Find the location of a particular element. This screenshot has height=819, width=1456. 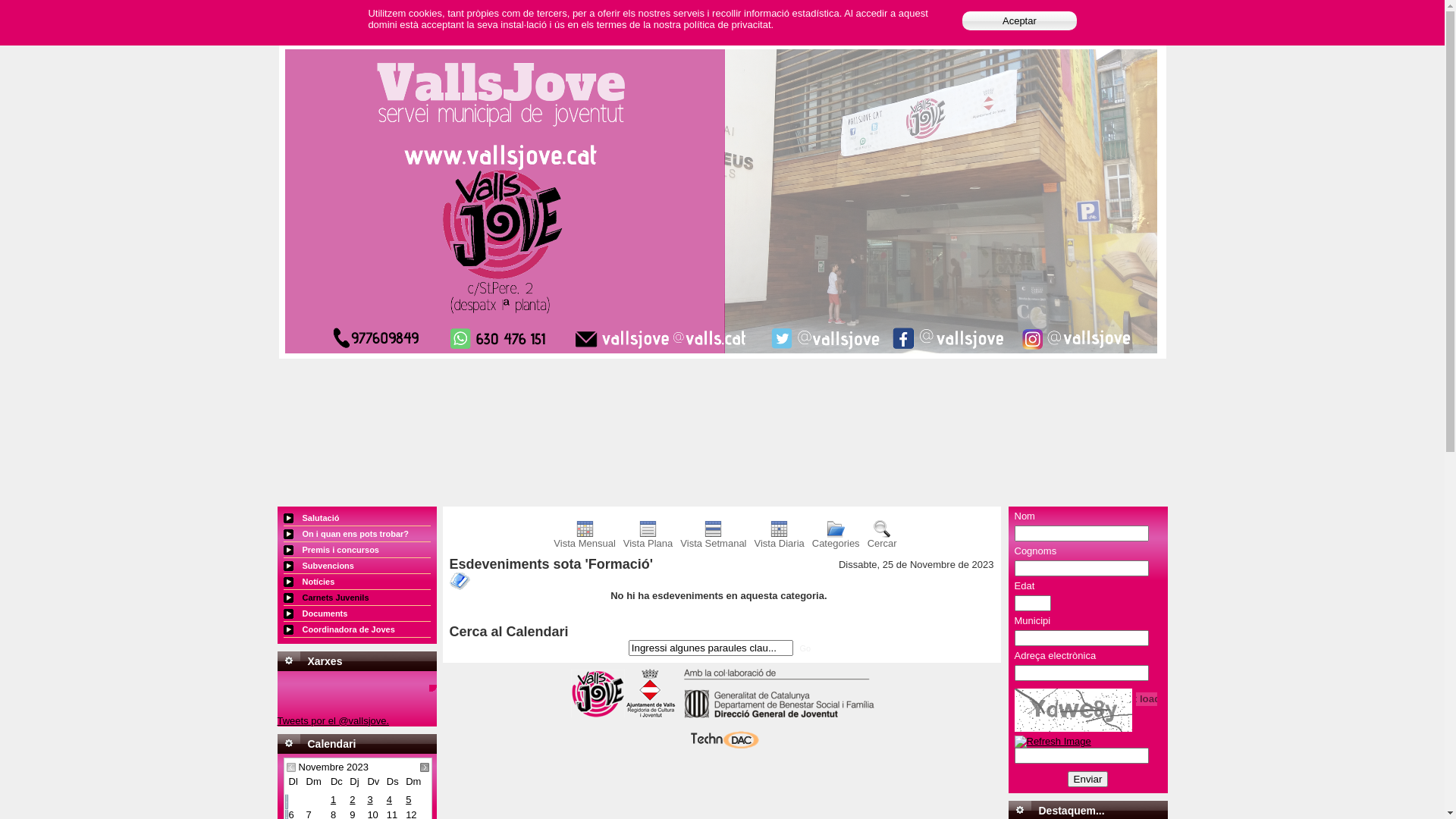

'5' is located at coordinates (408, 799).